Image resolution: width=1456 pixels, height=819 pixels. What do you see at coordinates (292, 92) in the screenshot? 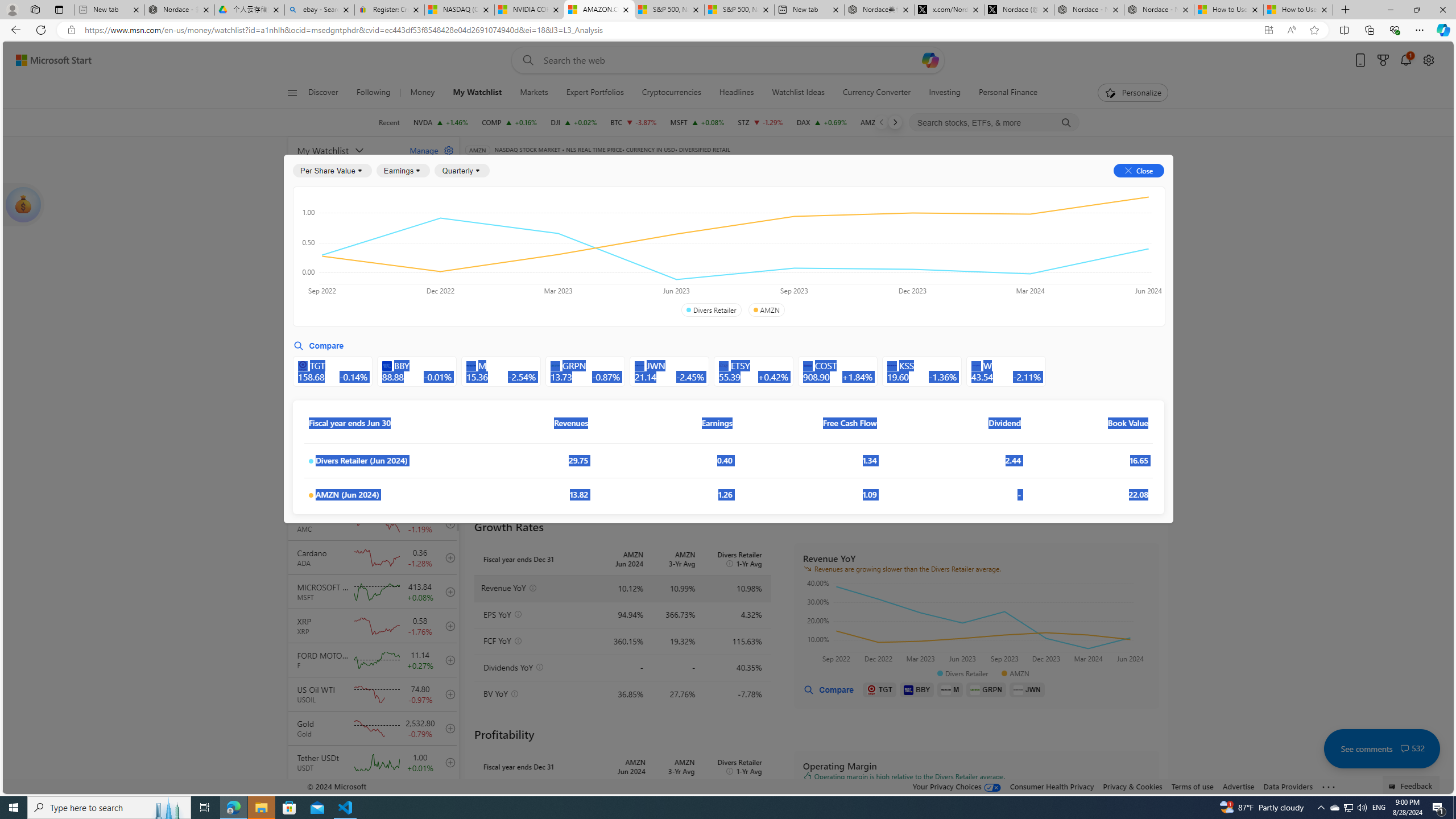
I see `'Open navigation menu'` at bounding box center [292, 92].